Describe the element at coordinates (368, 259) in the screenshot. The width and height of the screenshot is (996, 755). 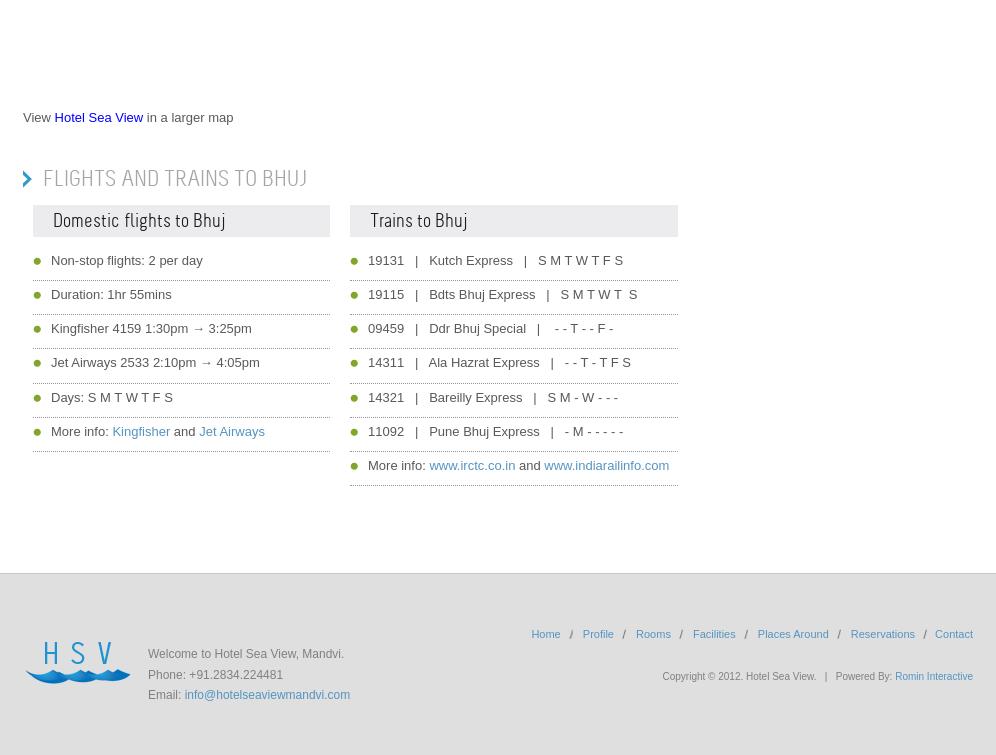
I see `'19131   |   Kutch Express   
						|   S M T W T F S'` at that location.